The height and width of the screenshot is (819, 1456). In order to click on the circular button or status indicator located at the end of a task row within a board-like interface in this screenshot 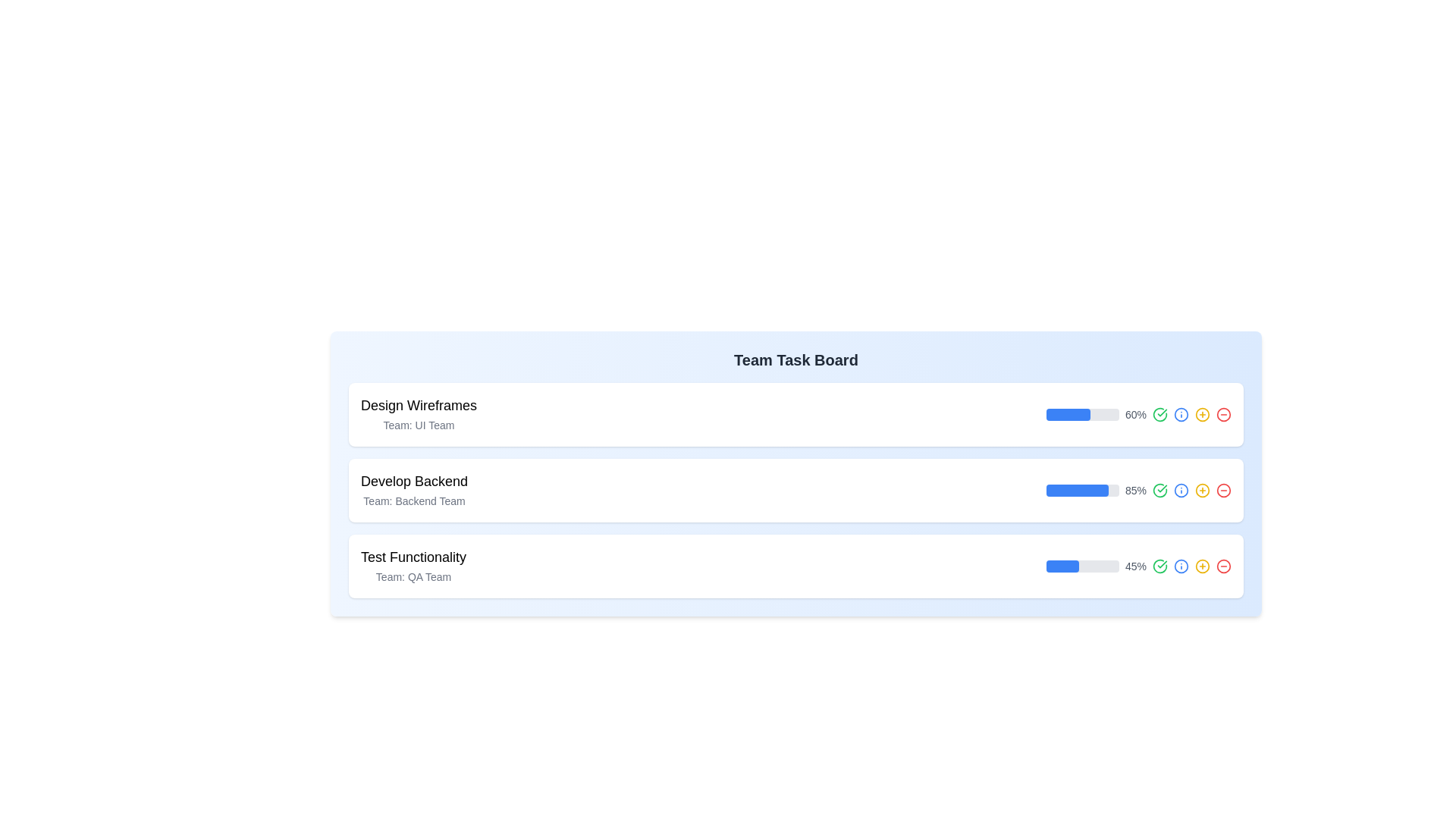, I will do `click(1201, 415)`.